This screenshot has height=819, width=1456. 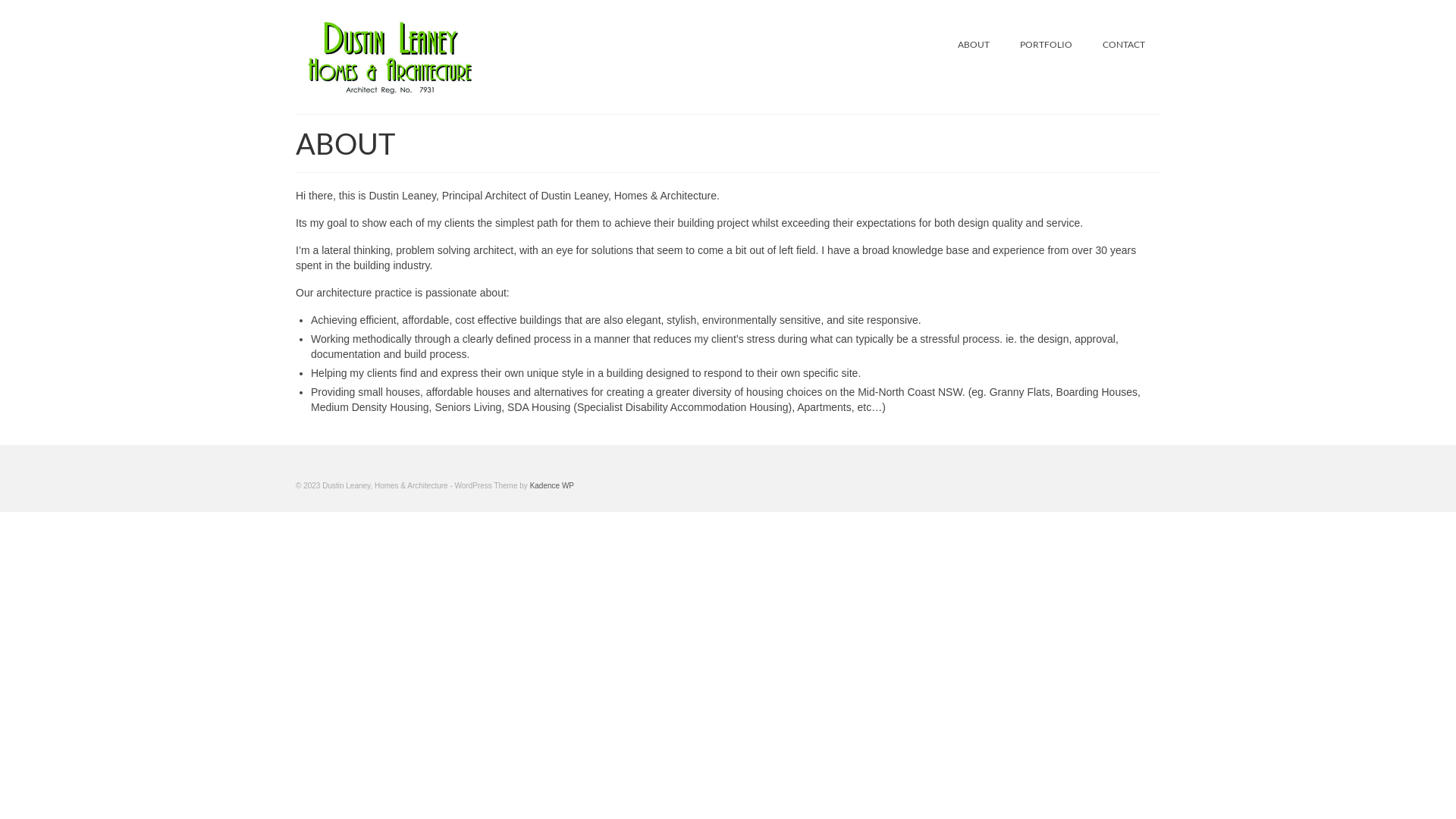 What do you see at coordinates (1045, 43) in the screenshot?
I see `'PORTFOLIO'` at bounding box center [1045, 43].